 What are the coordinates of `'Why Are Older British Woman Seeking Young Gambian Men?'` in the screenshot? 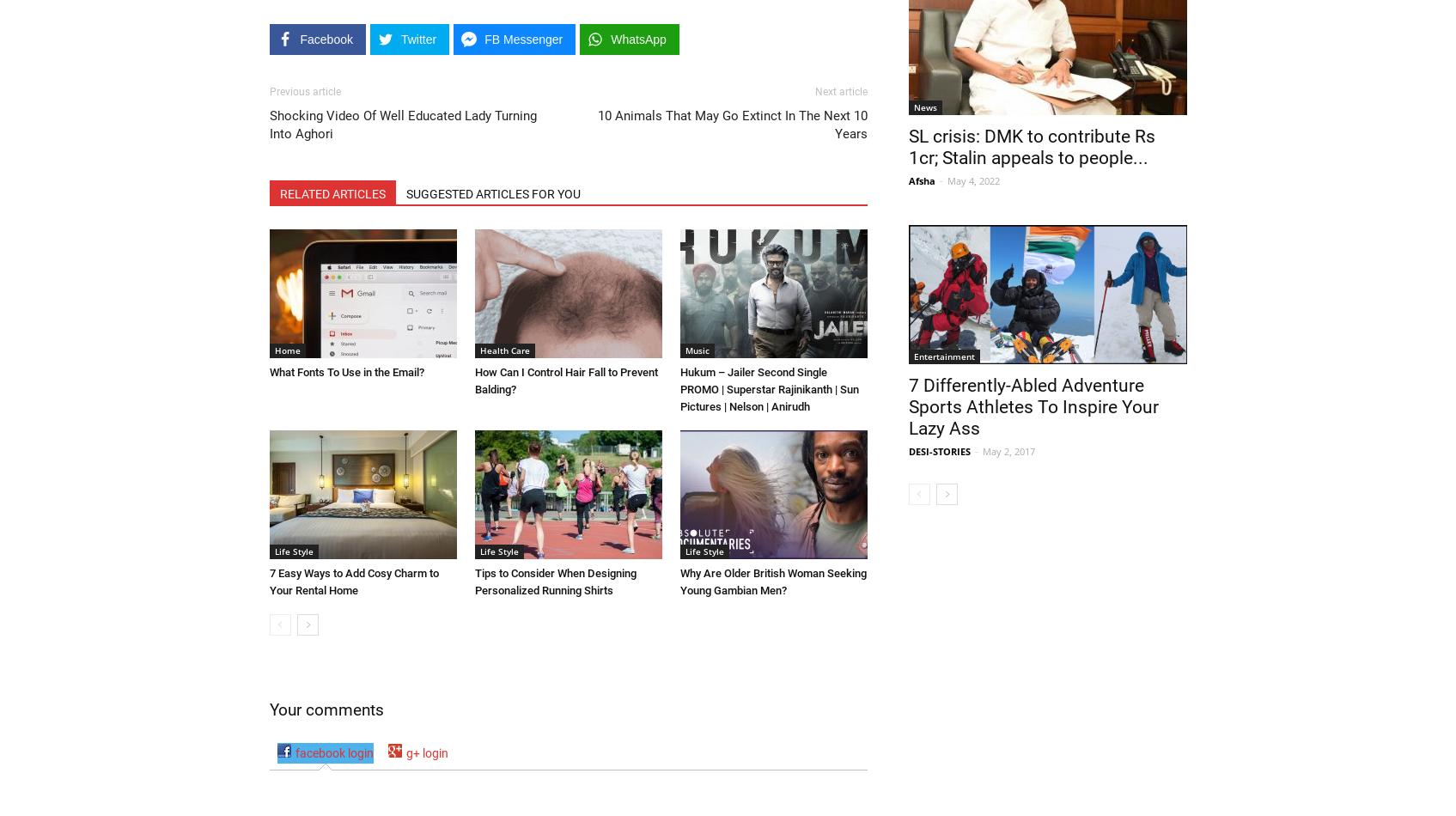 It's located at (771, 581).